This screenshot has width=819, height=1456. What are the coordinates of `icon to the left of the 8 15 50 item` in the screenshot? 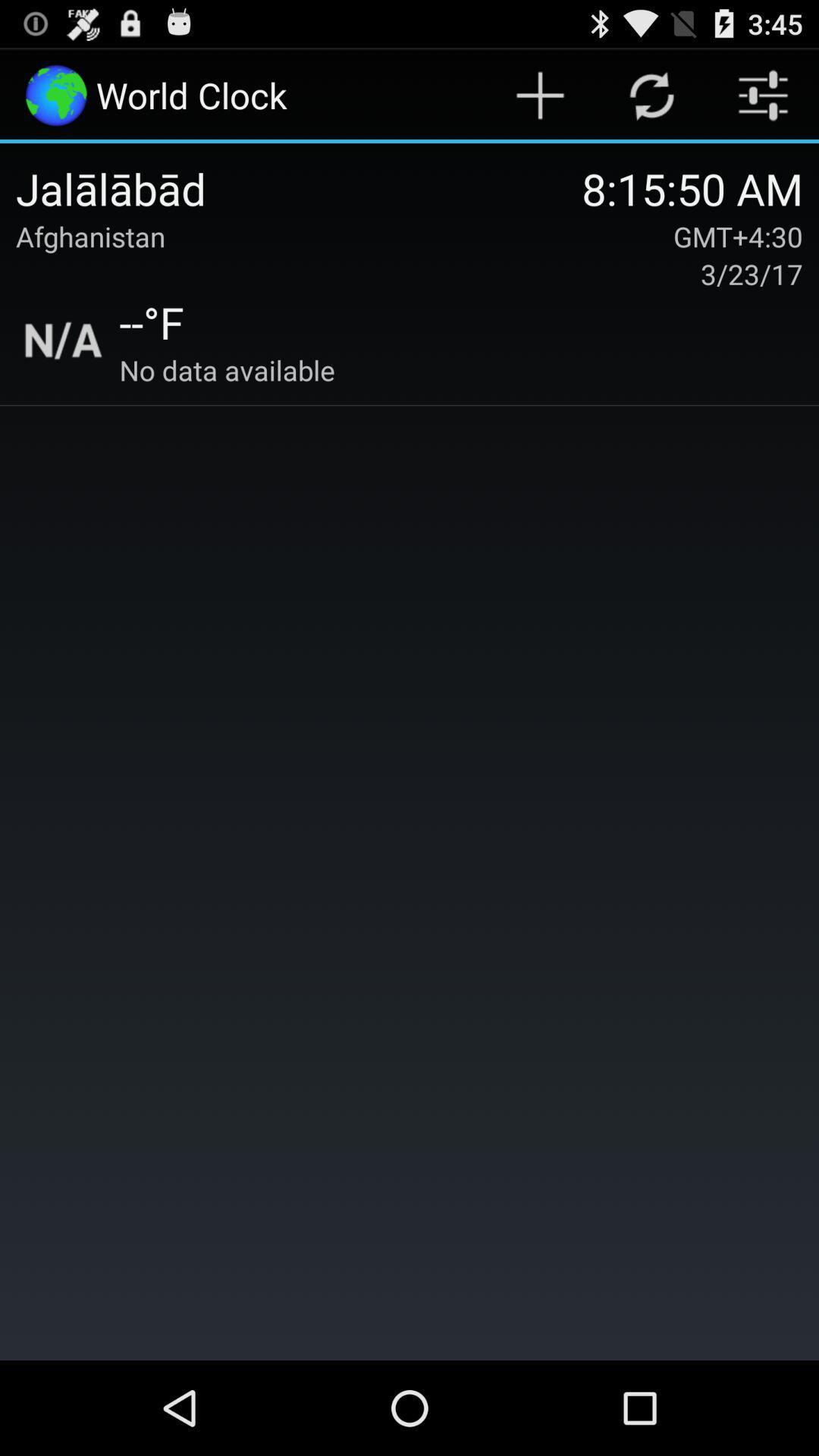 It's located at (299, 187).